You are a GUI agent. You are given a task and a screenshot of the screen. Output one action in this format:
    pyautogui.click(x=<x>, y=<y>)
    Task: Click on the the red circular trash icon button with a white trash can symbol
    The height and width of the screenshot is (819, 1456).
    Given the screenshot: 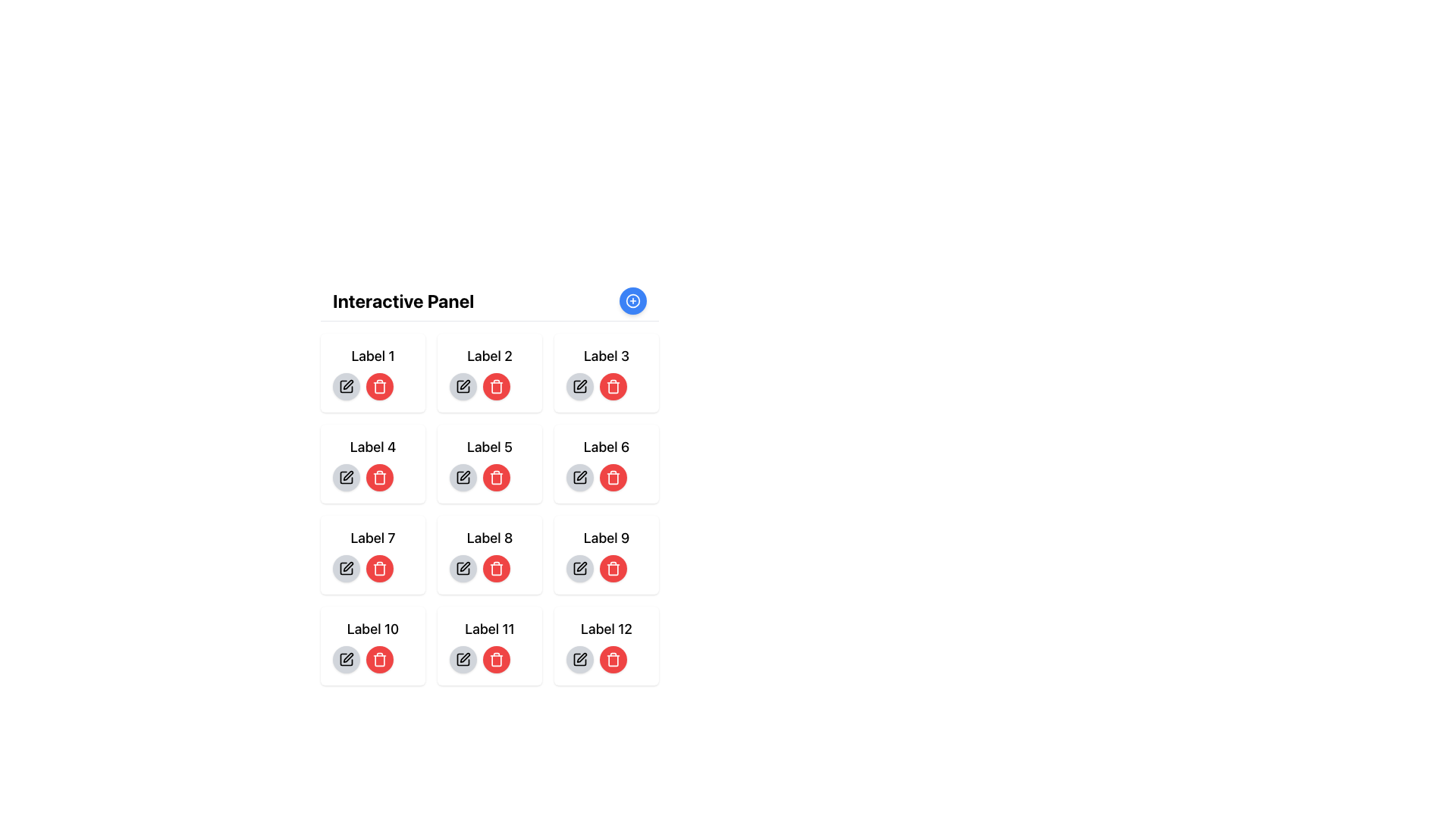 What is the action you would take?
    pyautogui.click(x=379, y=660)
    